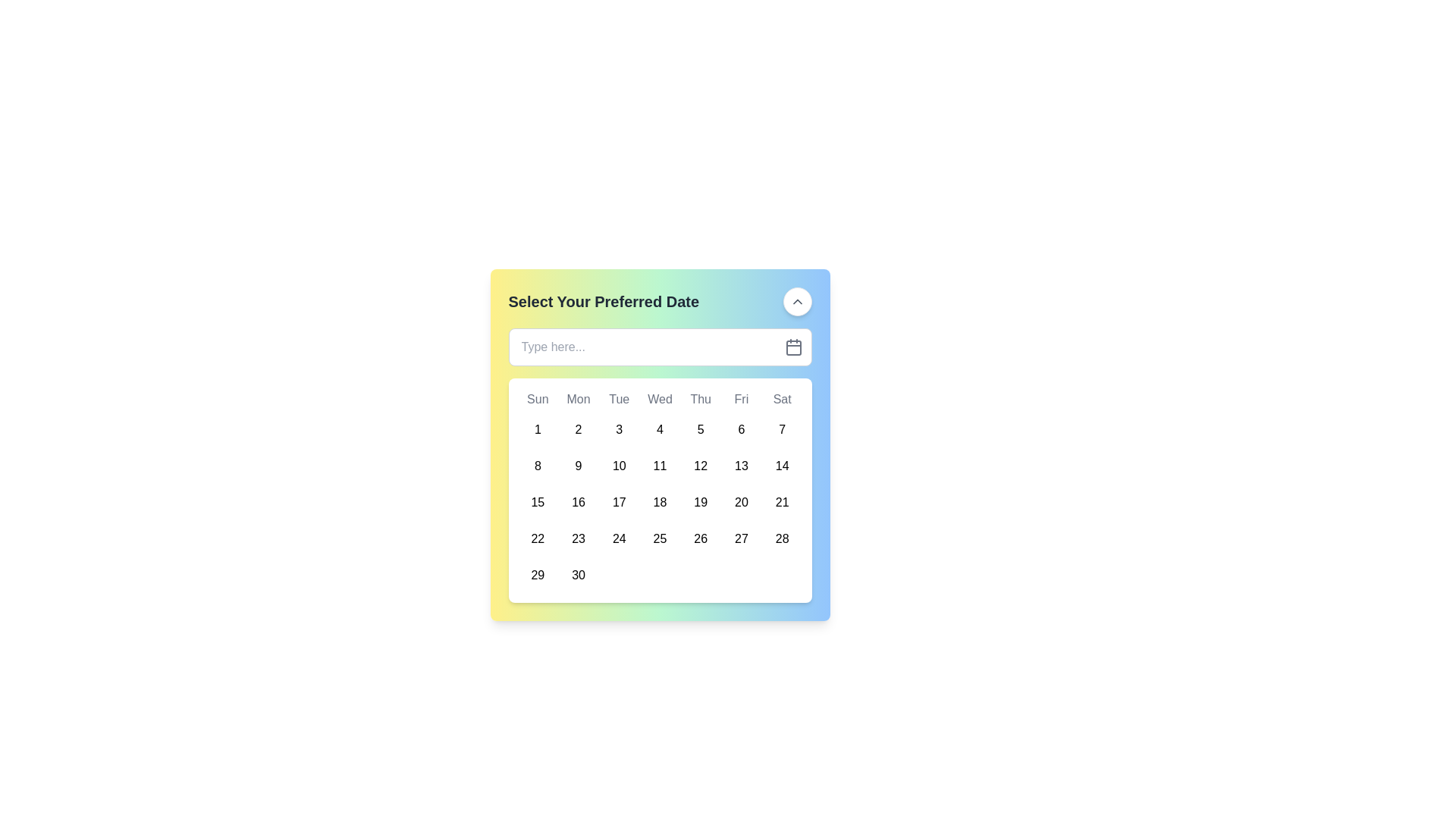  I want to click on the static text element reading 'Sat', which is styled with a medium font in gray color and located in the upper-right corner of the weekly row, so click(782, 399).